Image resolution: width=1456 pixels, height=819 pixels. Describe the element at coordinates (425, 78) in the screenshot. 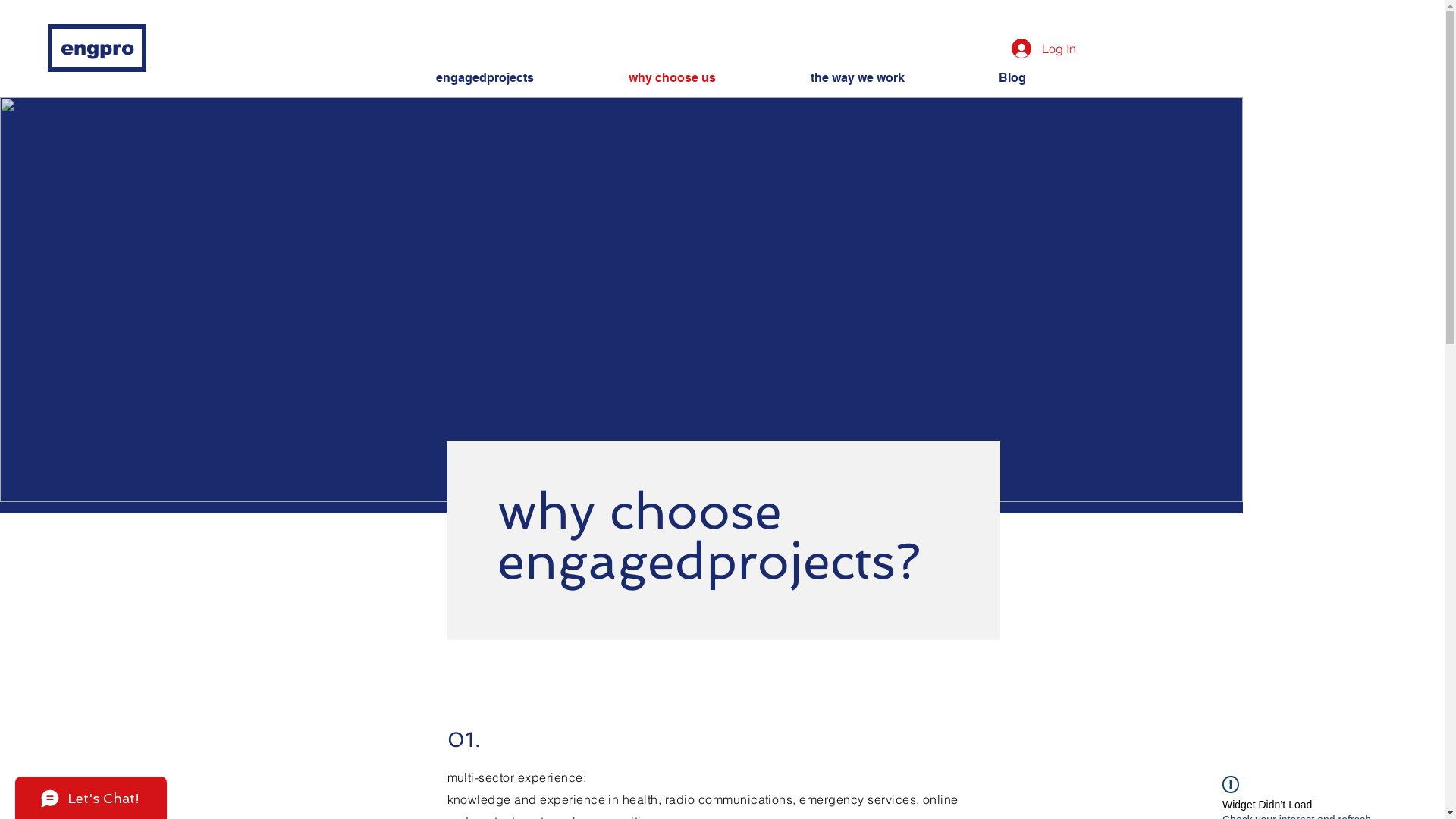

I see `'engagedprojects'` at that location.